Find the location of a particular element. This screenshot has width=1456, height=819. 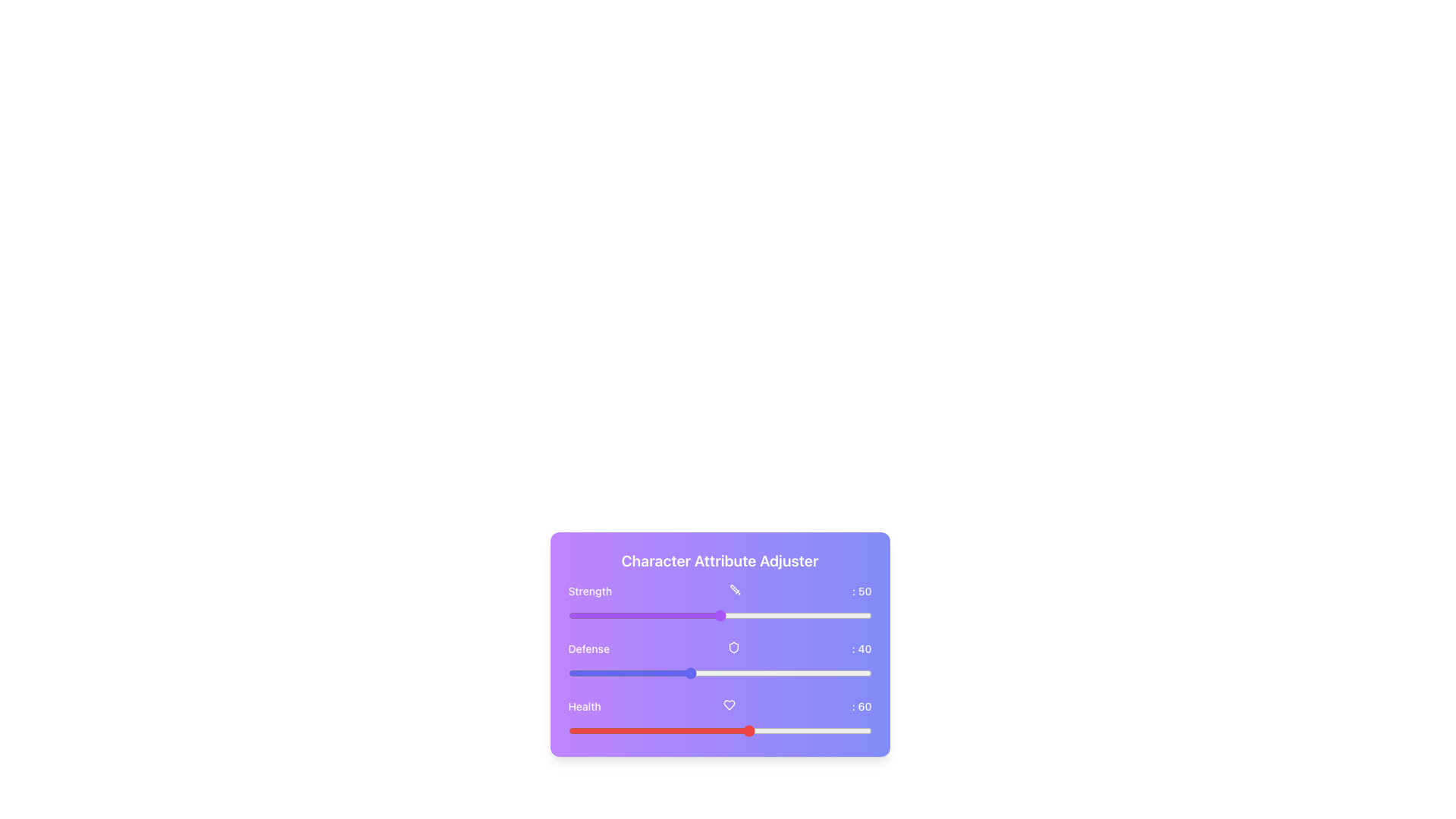

the slider value is located at coordinates (765, 672).